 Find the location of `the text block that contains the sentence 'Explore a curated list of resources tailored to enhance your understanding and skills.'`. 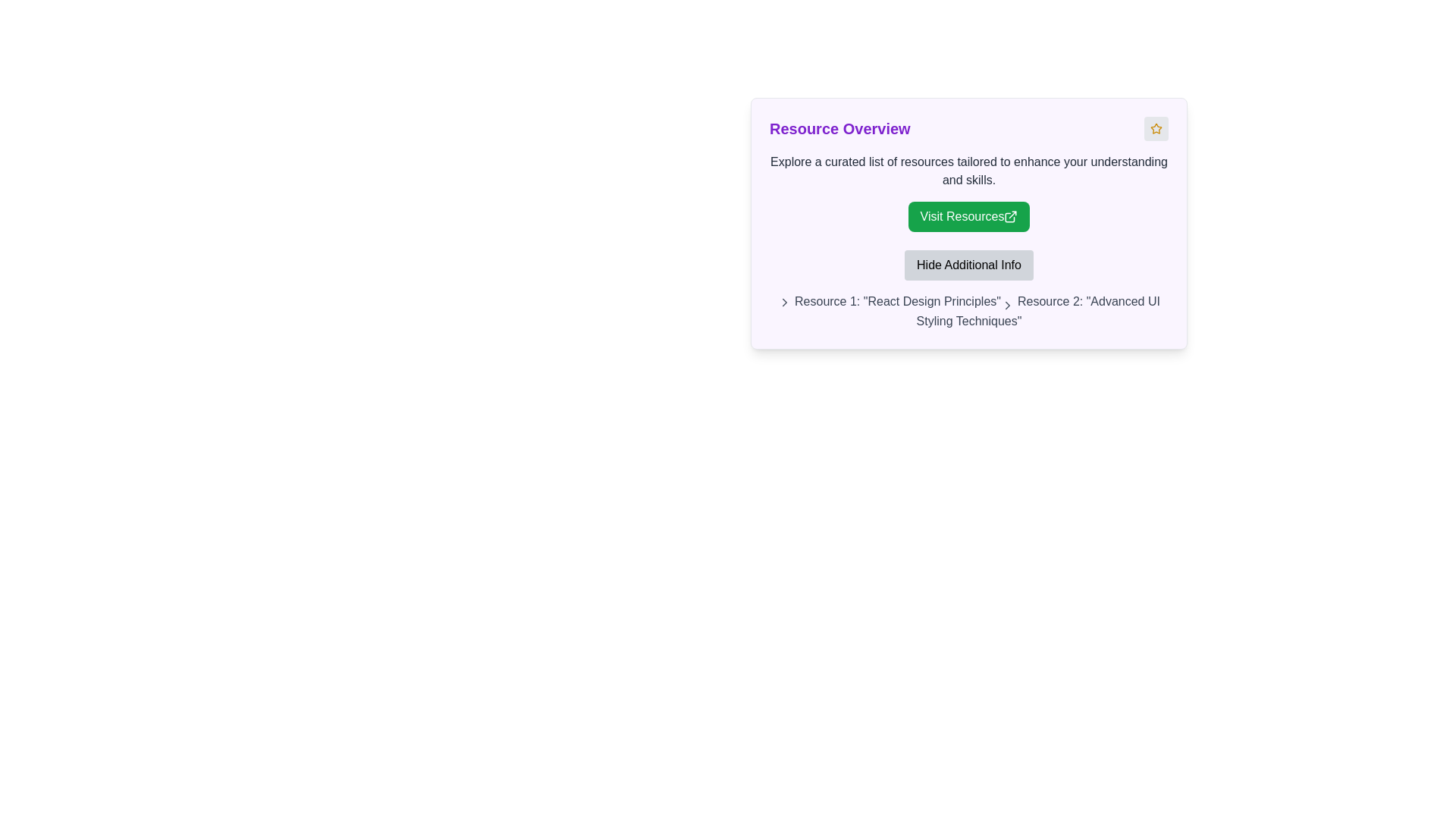

the text block that contains the sentence 'Explore a curated list of resources tailored to enhance your understanding and skills.' is located at coordinates (968, 171).